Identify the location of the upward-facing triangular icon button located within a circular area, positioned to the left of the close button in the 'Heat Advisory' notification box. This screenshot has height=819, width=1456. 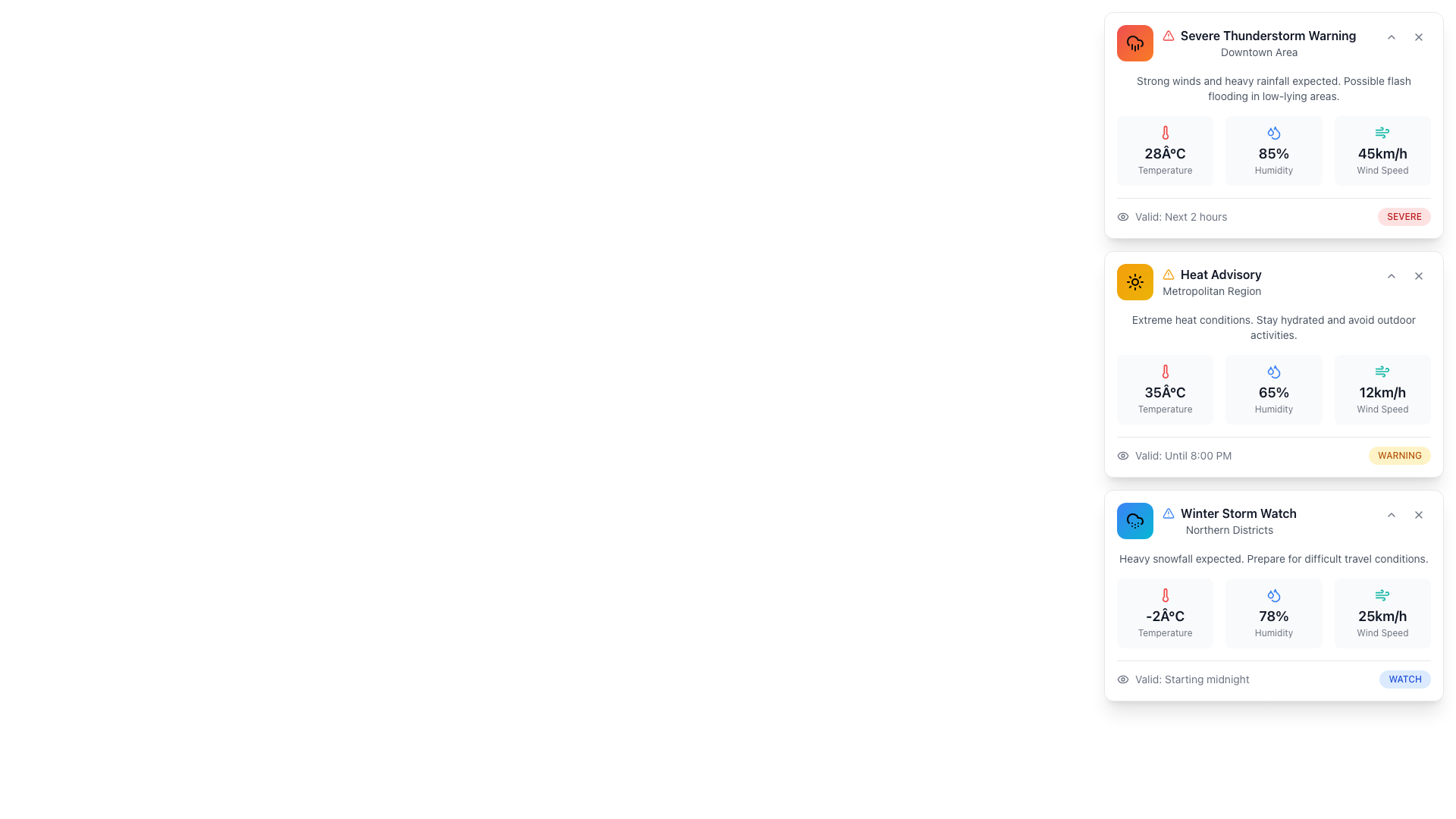
(1391, 275).